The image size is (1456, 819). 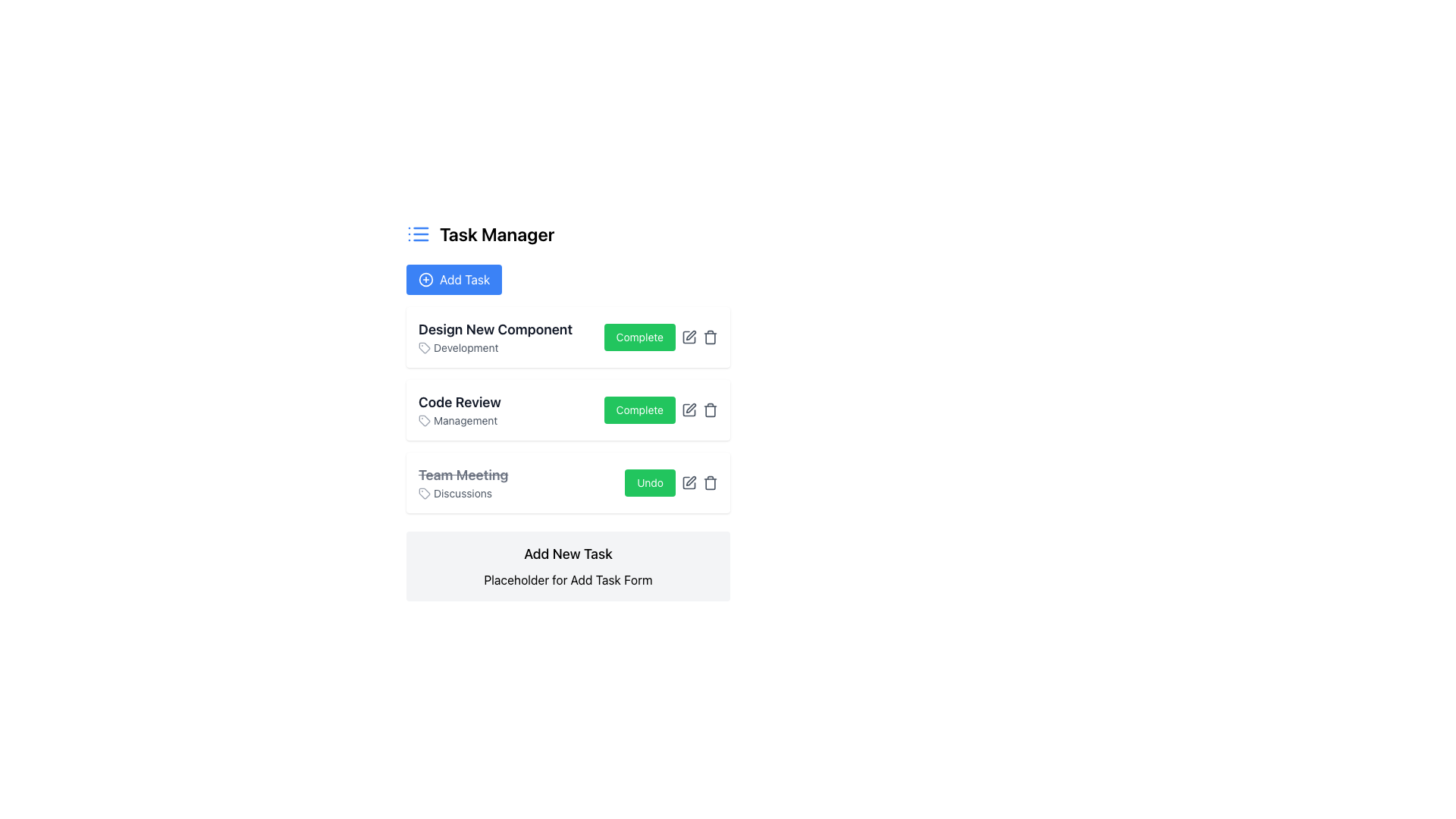 What do you see at coordinates (709, 409) in the screenshot?
I see `the trash can icon button located at the far-right end of the 'Code Review' task row` at bounding box center [709, 409].